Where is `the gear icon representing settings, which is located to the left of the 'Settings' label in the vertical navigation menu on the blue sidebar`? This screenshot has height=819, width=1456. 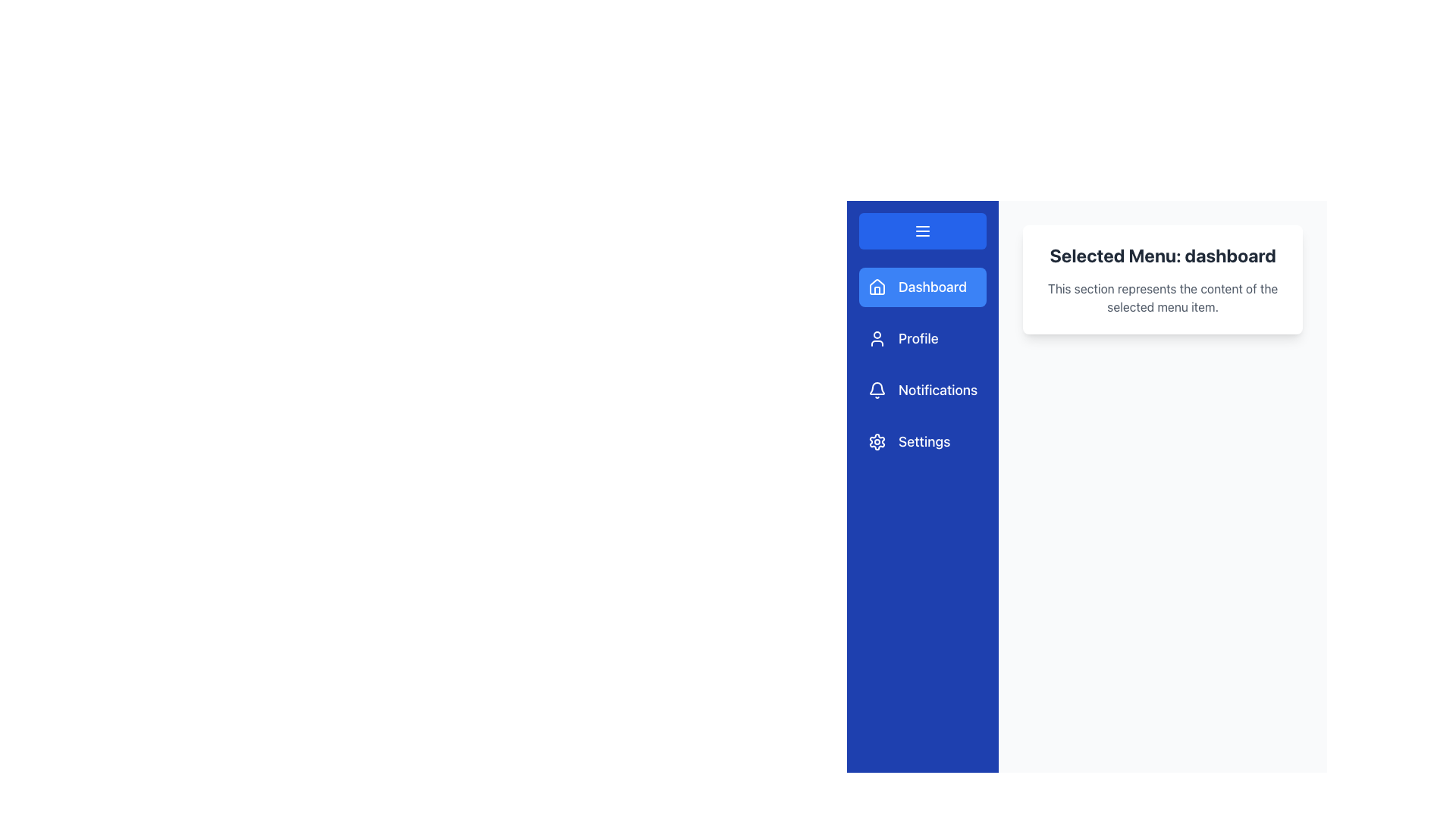 the gear icon representing settings, which is located to the left of the 'Settings' label in the vertical navigation menu on the blue sidebar is located at coordinates (877, 441).